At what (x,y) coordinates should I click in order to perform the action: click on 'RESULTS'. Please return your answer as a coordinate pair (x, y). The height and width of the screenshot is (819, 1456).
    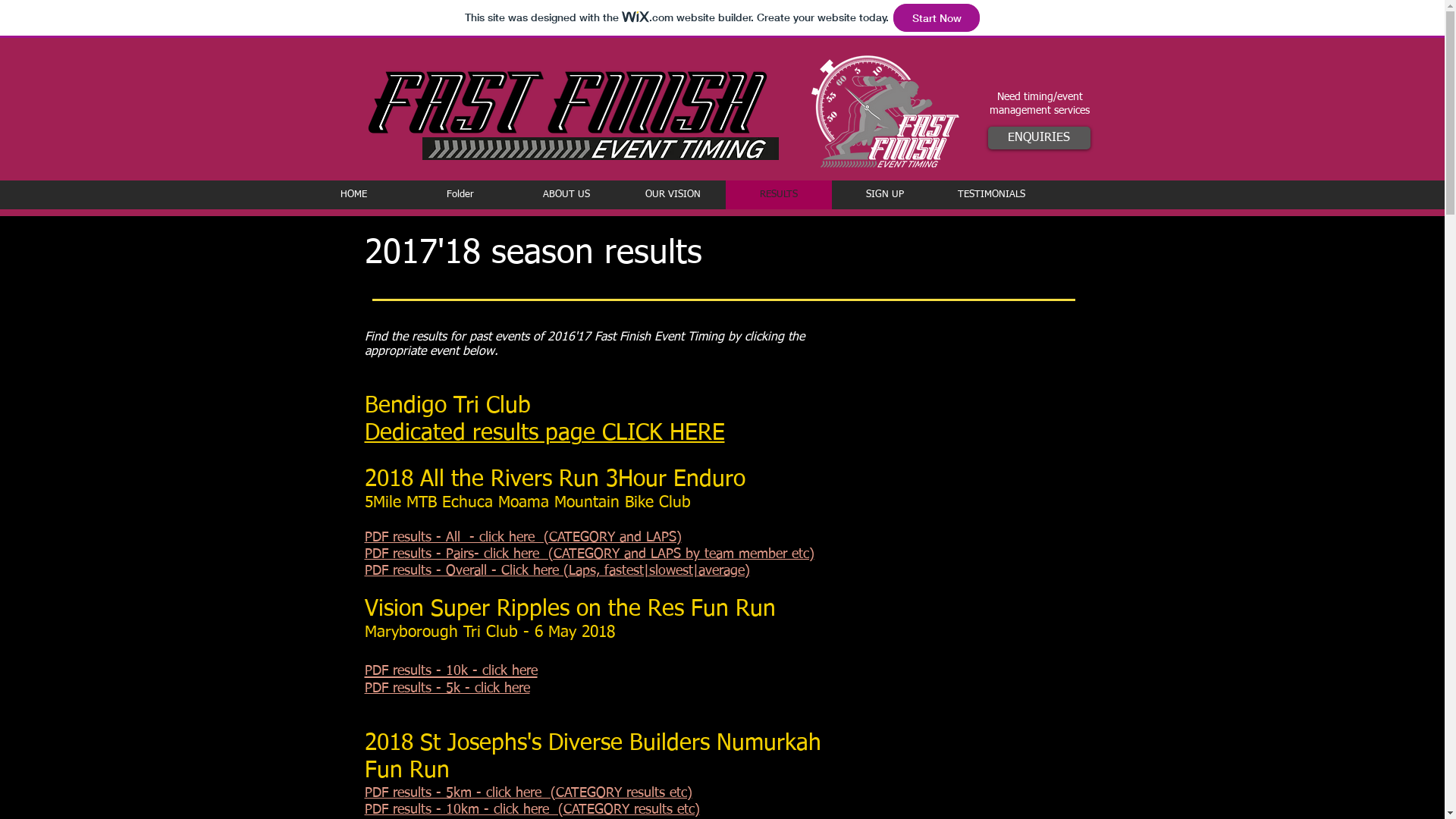
    Looking at the image, I should click on (778, 194).